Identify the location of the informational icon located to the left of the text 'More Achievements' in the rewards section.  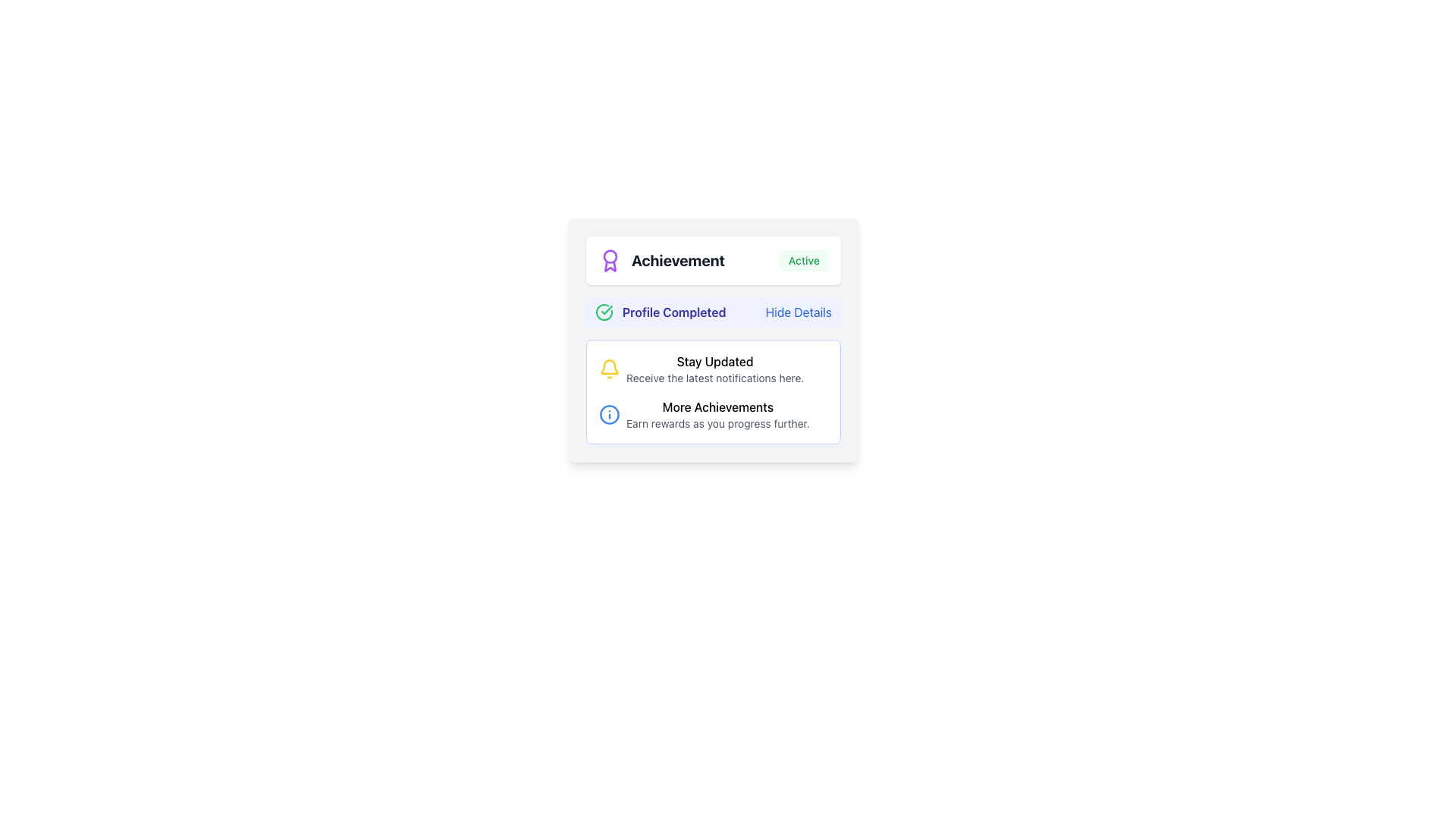
(610, 415).